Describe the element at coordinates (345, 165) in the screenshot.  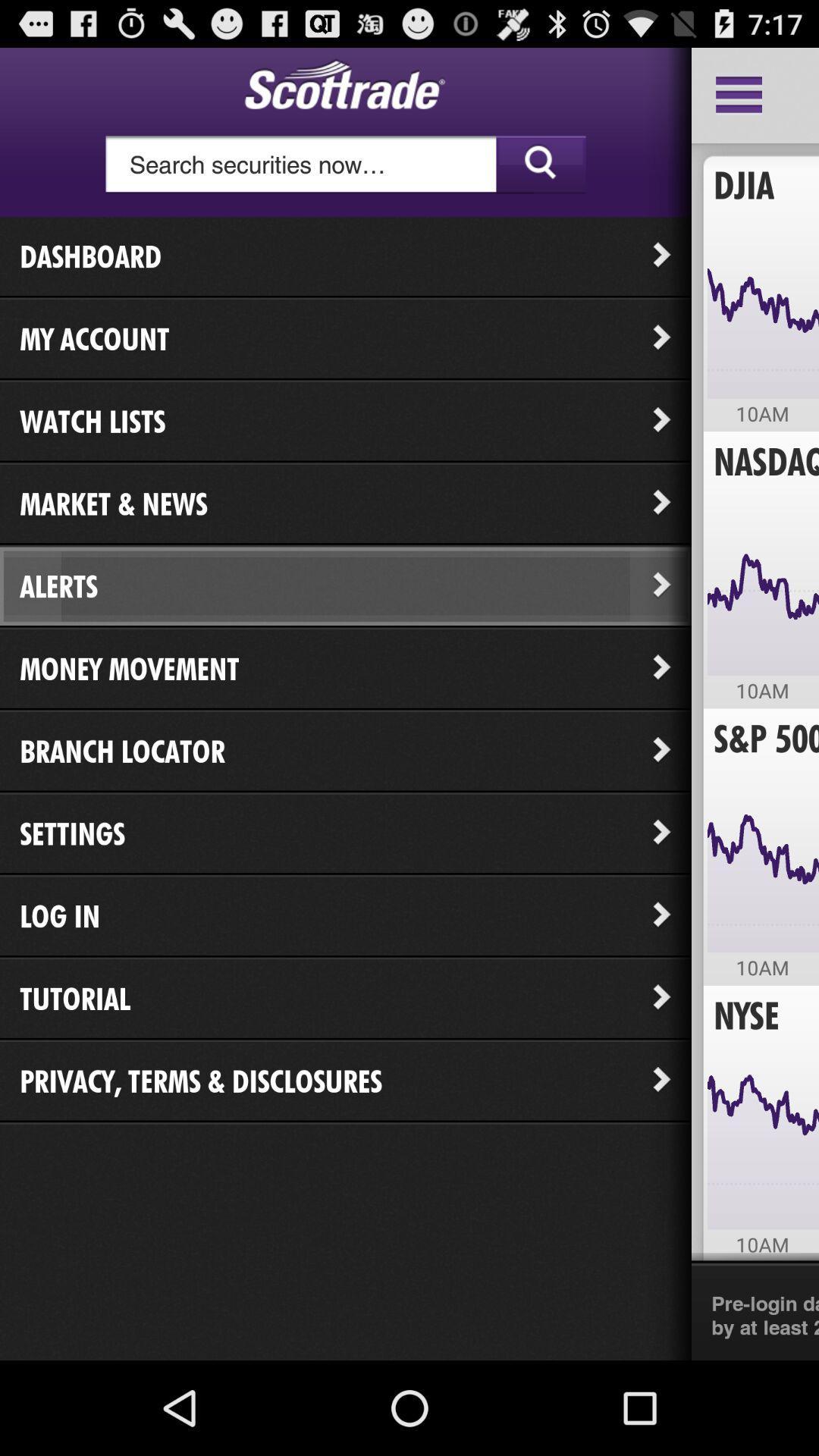
I see `the icon above the dashboard` at that location.